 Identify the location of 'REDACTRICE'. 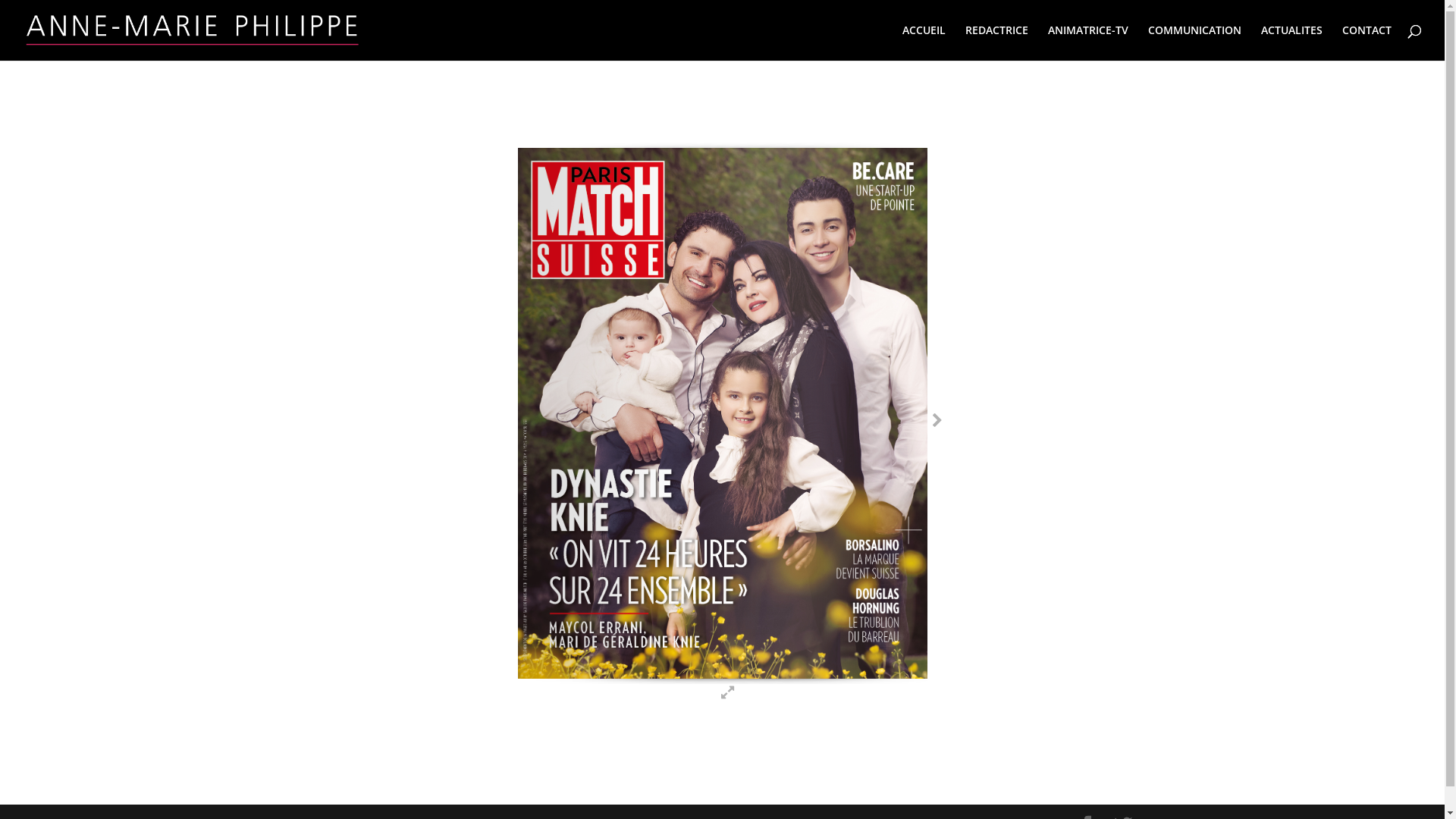
(996, 42).